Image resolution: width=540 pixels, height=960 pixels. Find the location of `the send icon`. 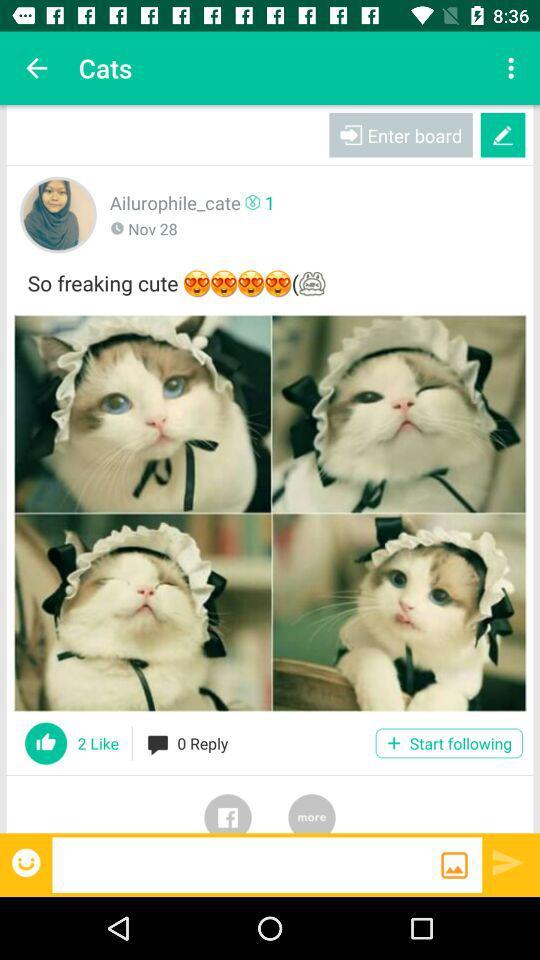

the send icon is located at coordinates (508, 861).